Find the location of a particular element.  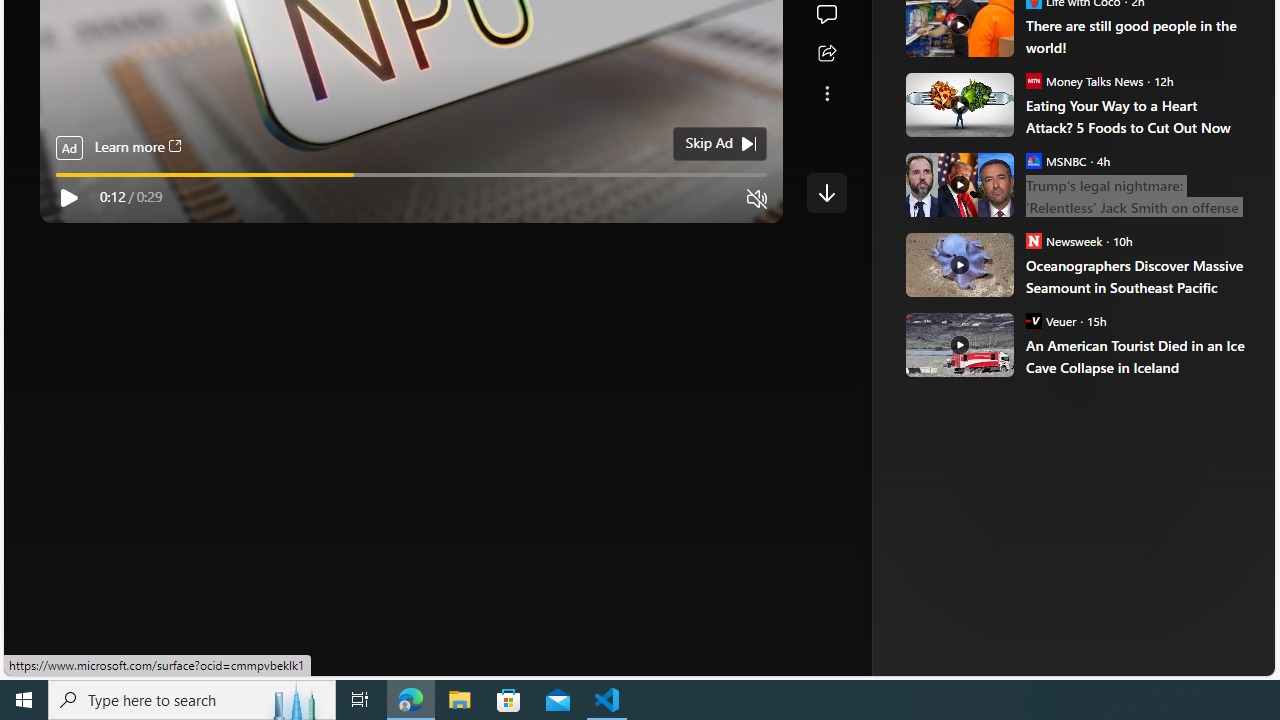

'Money Talks News' is located at coordinates (1033, 79).